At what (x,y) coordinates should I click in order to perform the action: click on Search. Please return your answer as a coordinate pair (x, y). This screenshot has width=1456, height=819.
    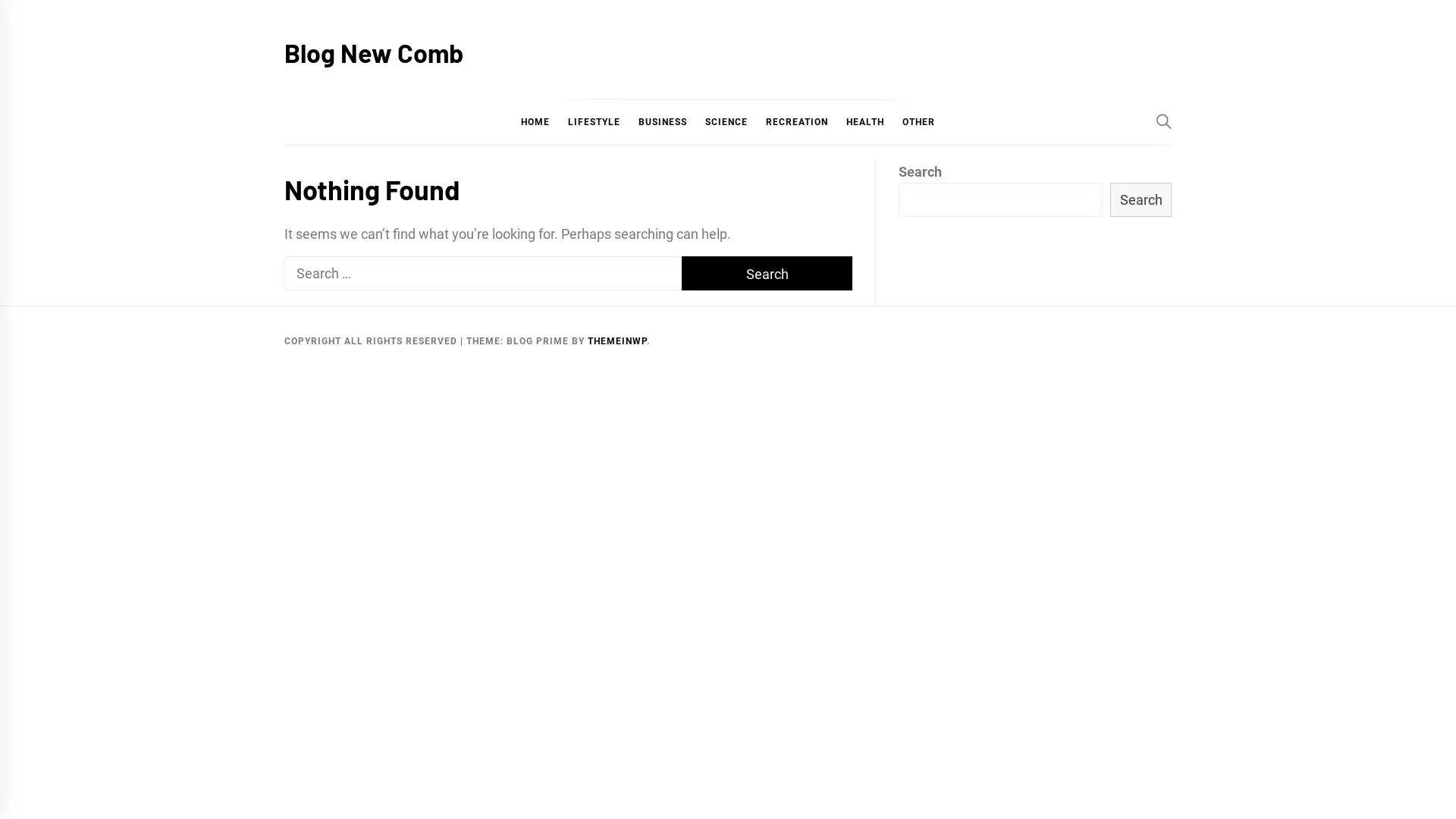
    Looking at the image, I should click on (1140, 199).